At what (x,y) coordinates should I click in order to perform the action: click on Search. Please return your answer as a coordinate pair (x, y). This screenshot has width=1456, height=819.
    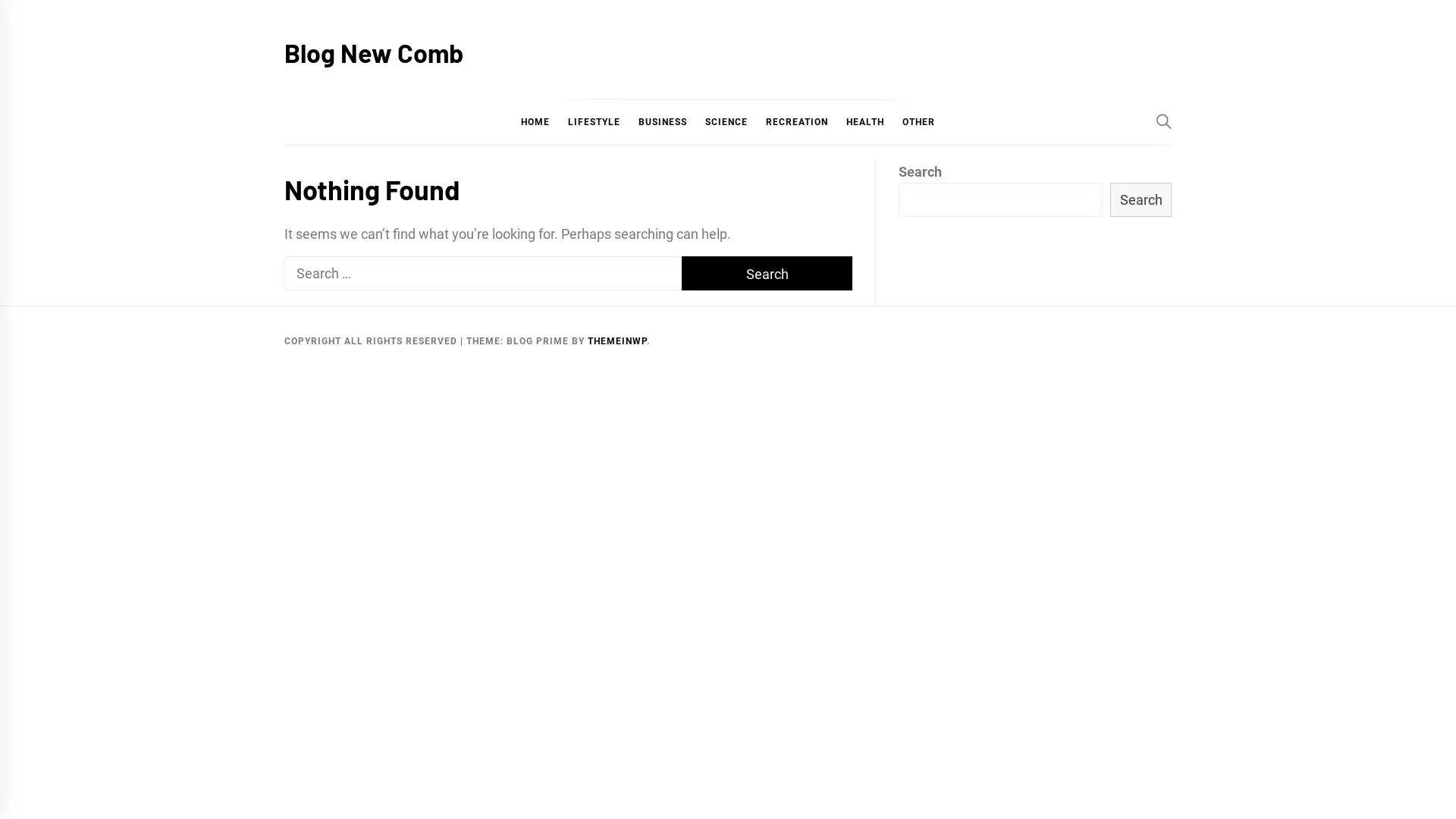
    Looking at the image, I should click on (1140, 199).